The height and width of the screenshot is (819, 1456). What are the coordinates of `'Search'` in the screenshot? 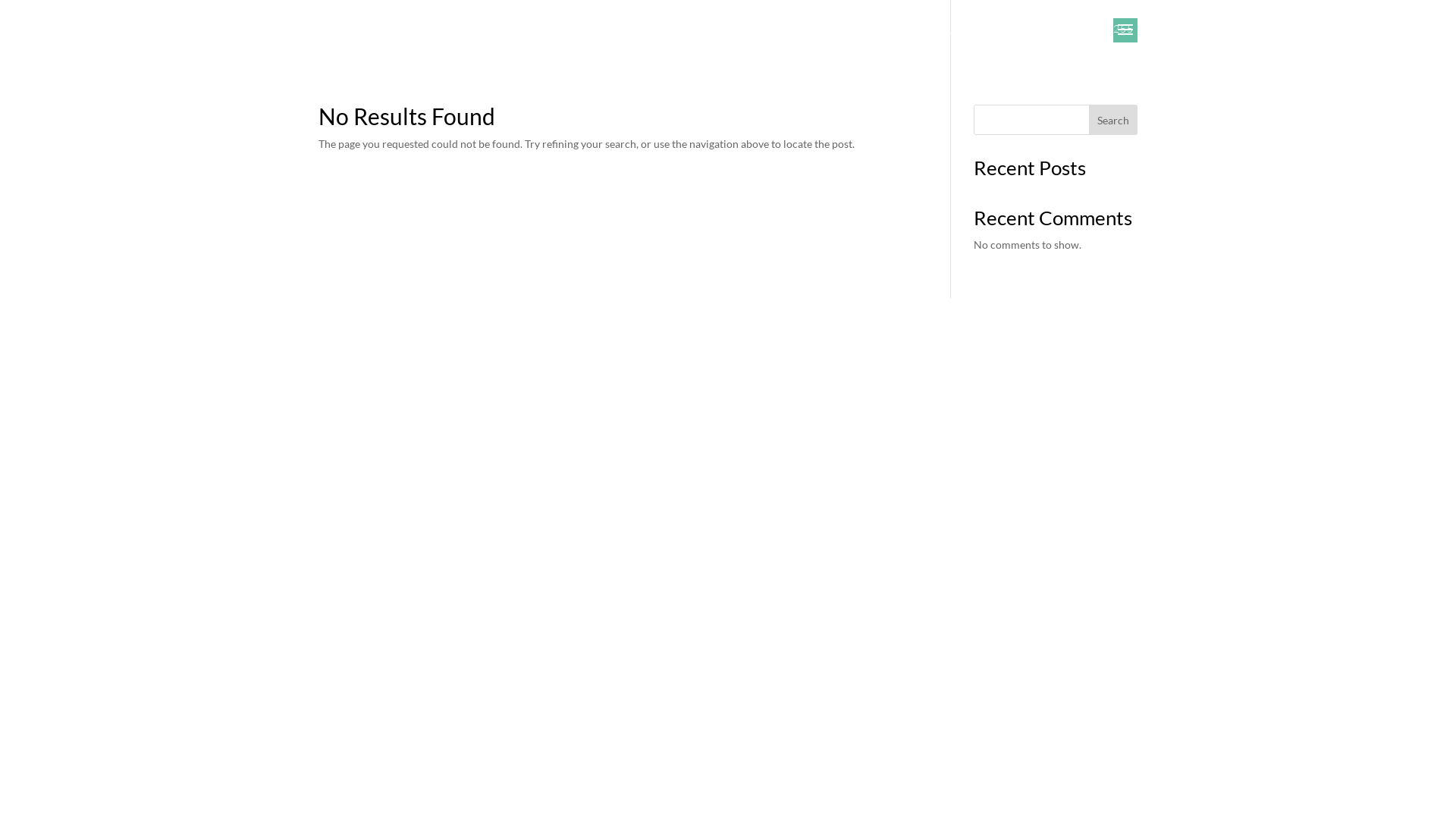 It's located at (1113, 119).